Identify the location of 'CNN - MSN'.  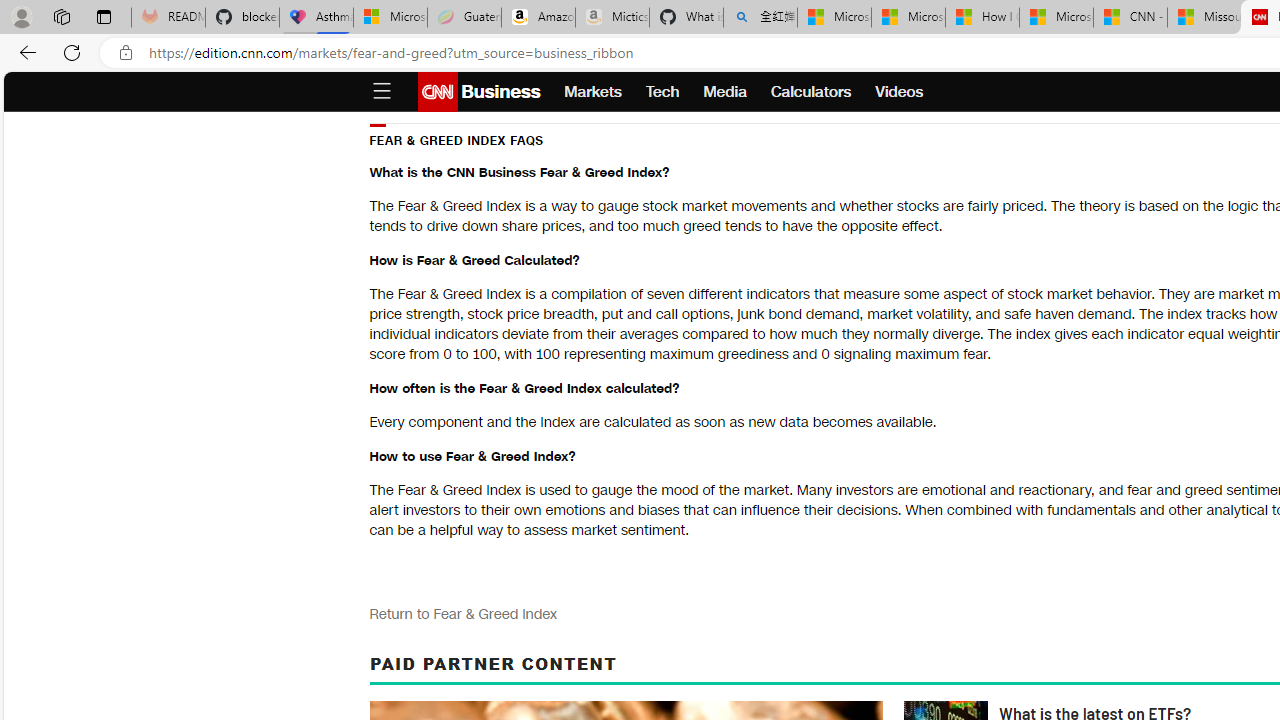
(1130, 17).